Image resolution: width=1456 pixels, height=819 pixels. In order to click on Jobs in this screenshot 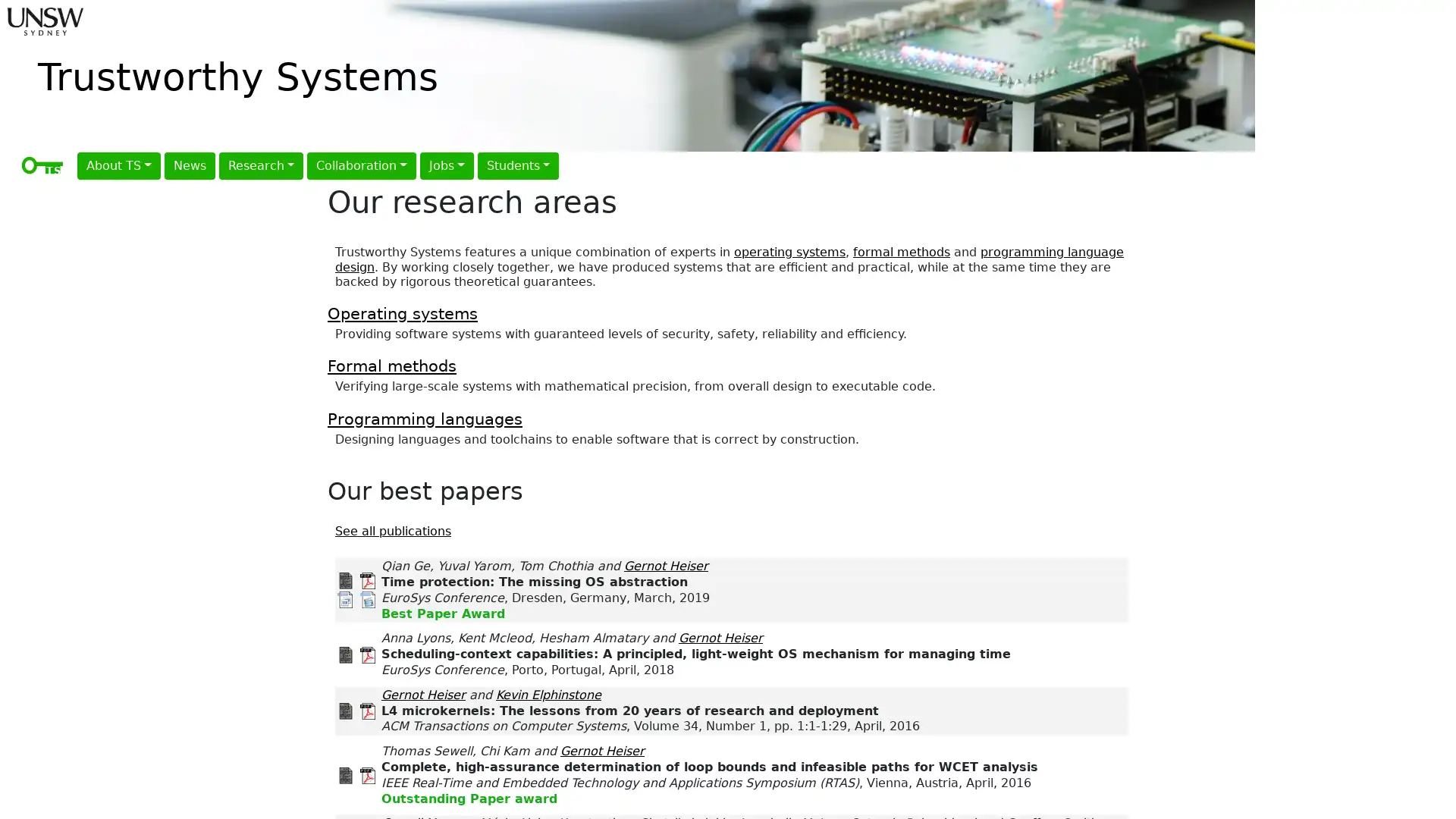, I will do `click(446, 165)`.